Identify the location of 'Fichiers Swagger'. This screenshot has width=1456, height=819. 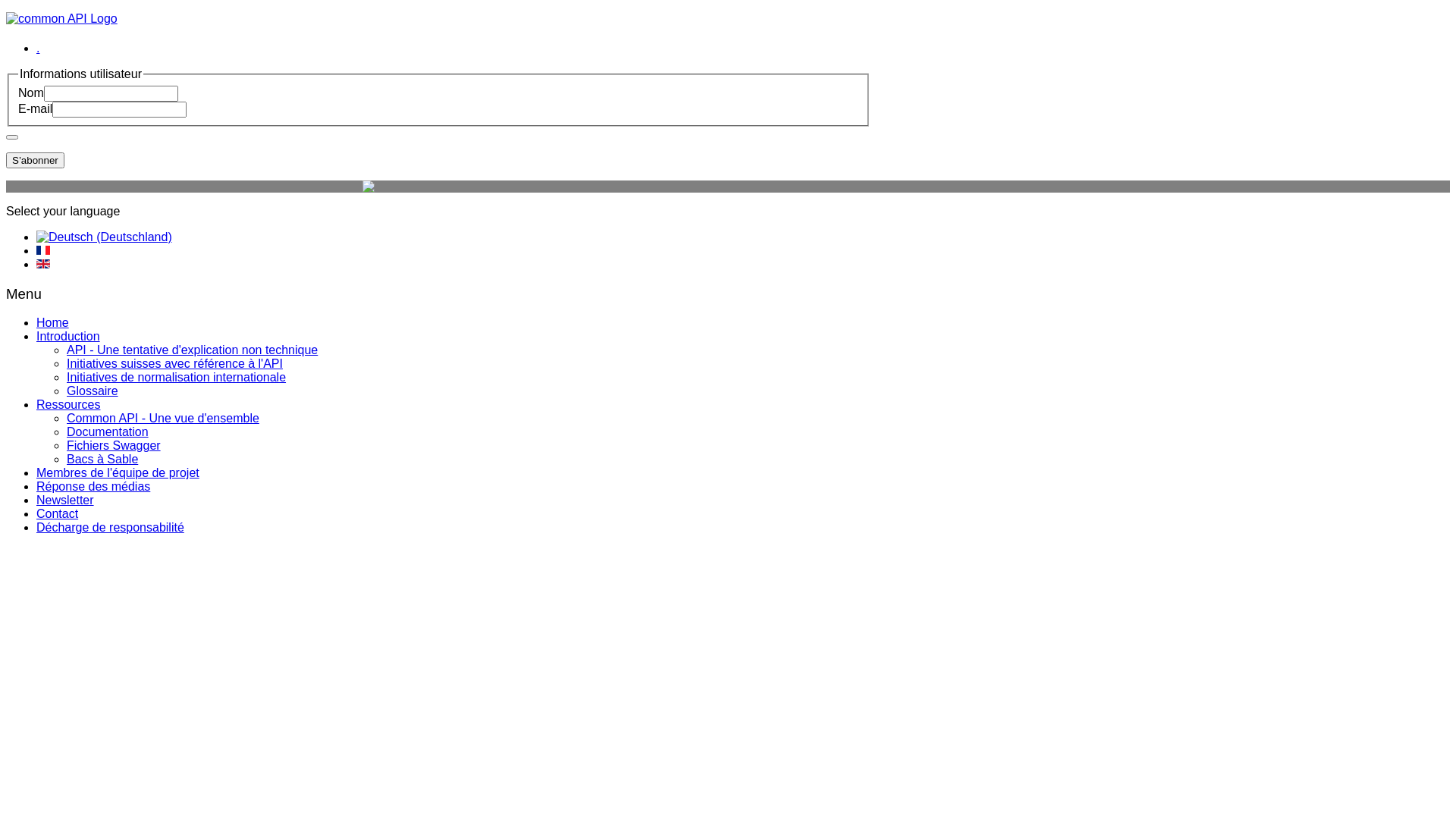
(112, 444).